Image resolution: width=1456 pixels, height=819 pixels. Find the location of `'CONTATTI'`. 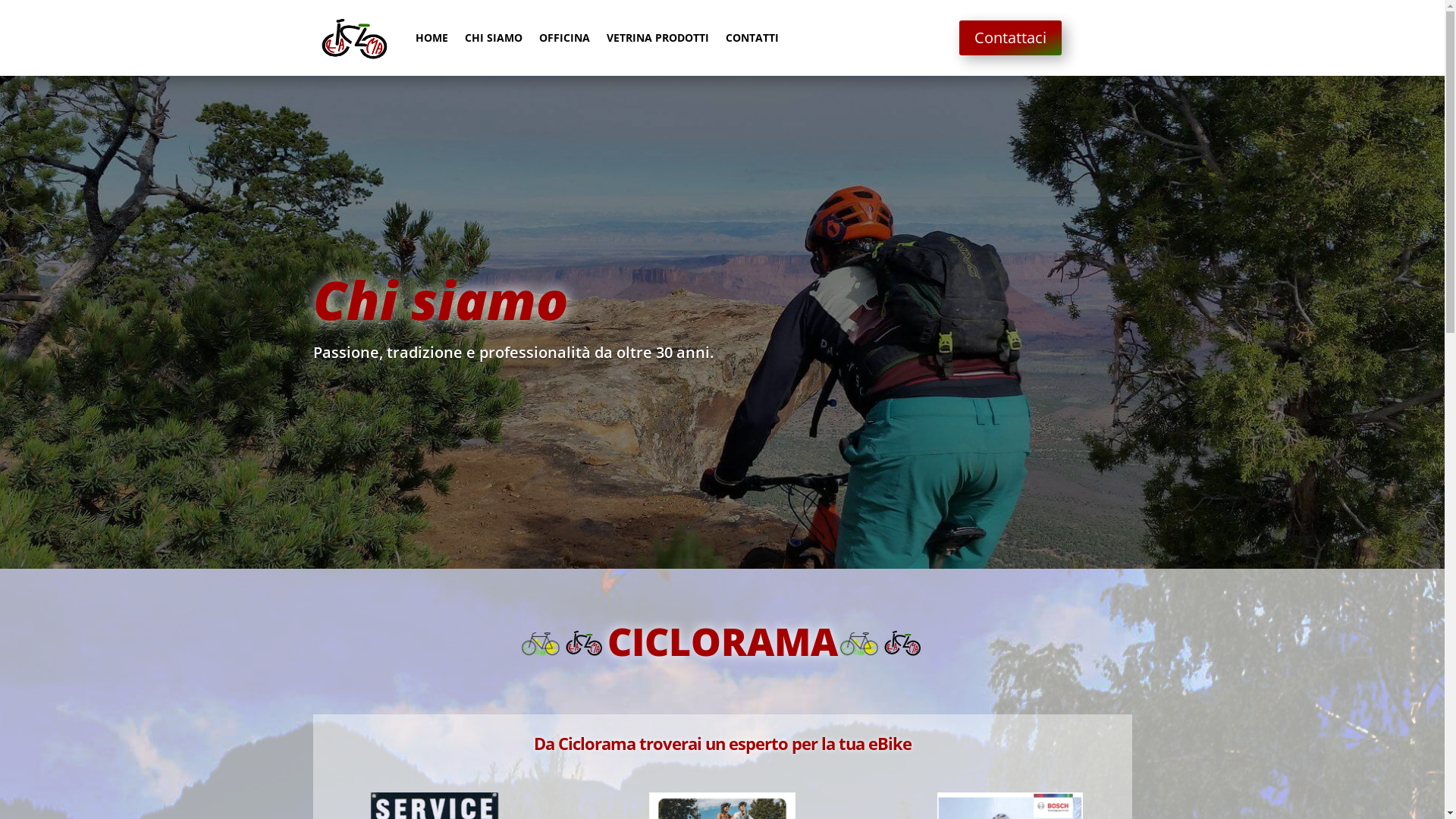

'CONTATTI' is located at coordinates (751, 37).